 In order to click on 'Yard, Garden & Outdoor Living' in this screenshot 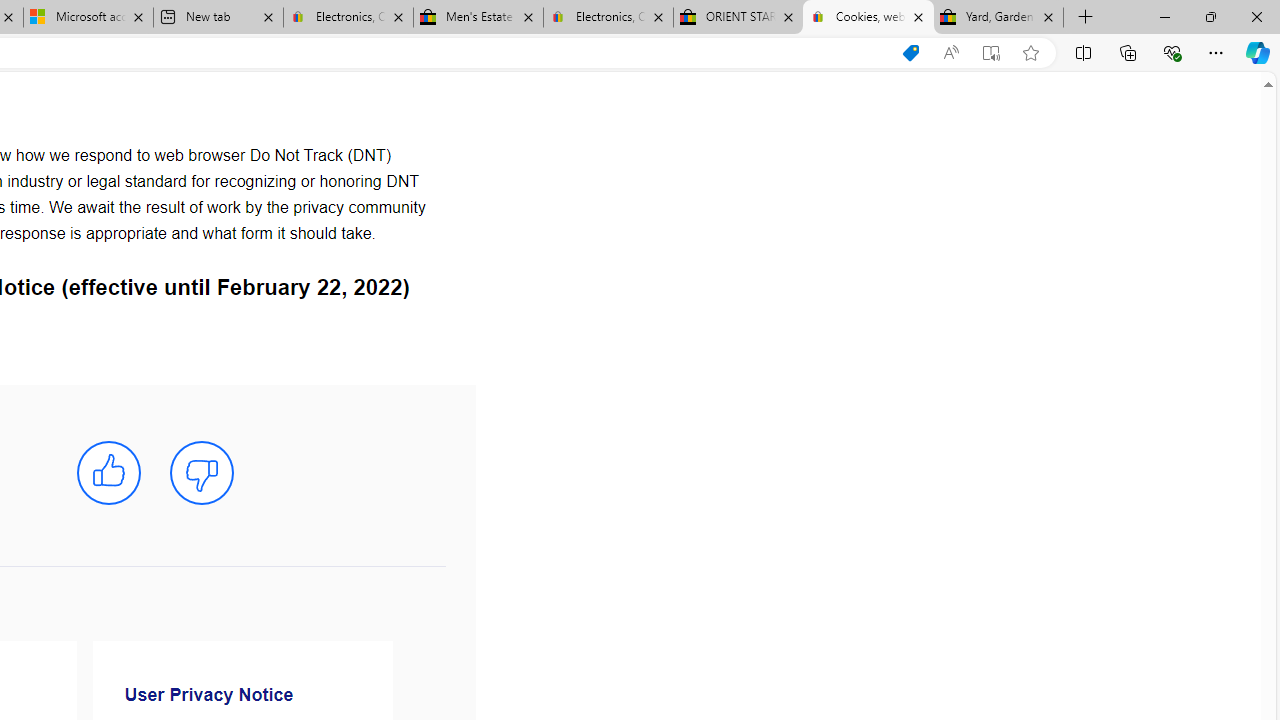, I will do `click(999, 17)`.